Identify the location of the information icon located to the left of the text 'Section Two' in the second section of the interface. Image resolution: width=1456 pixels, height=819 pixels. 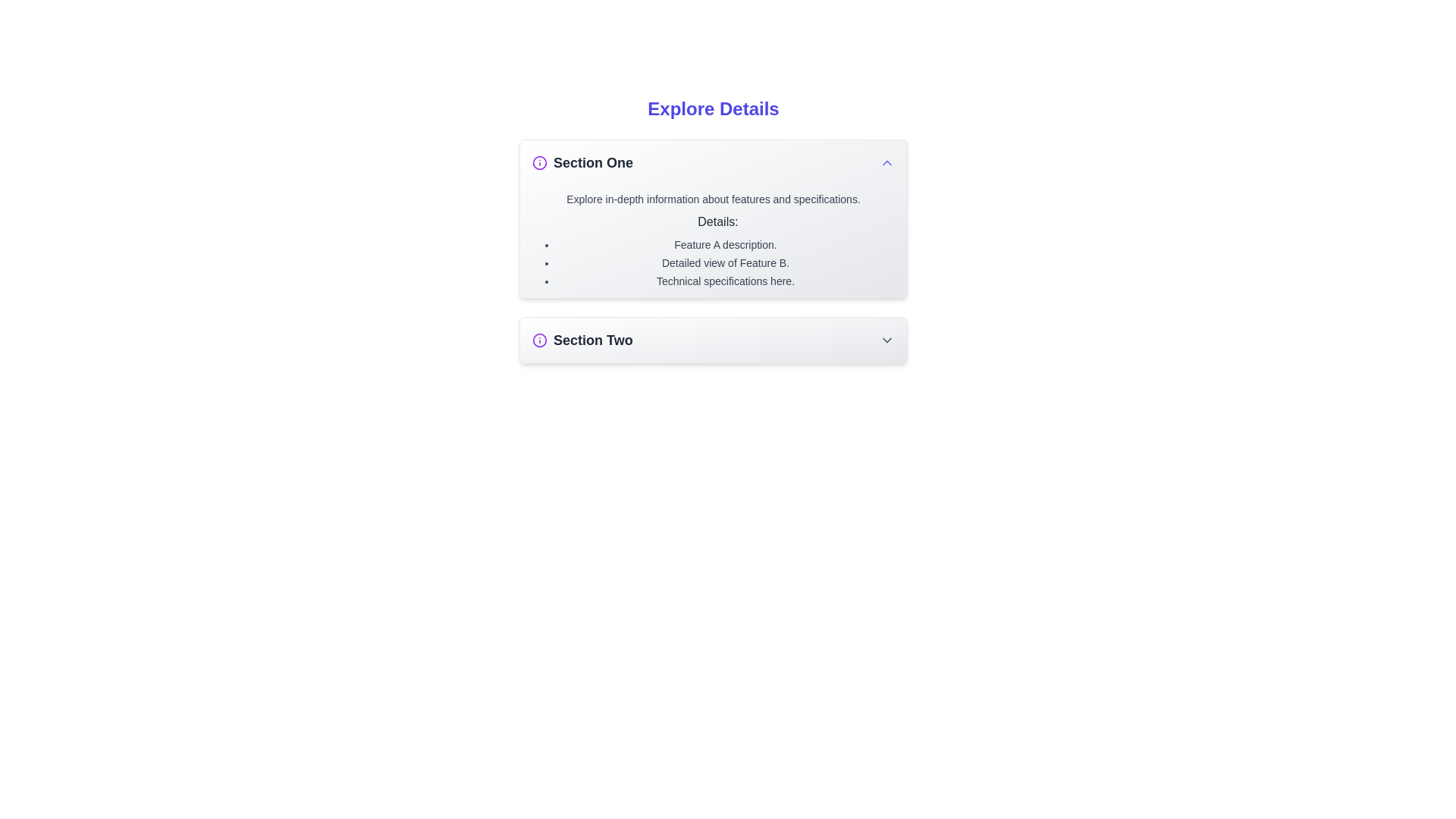
(539, 339).